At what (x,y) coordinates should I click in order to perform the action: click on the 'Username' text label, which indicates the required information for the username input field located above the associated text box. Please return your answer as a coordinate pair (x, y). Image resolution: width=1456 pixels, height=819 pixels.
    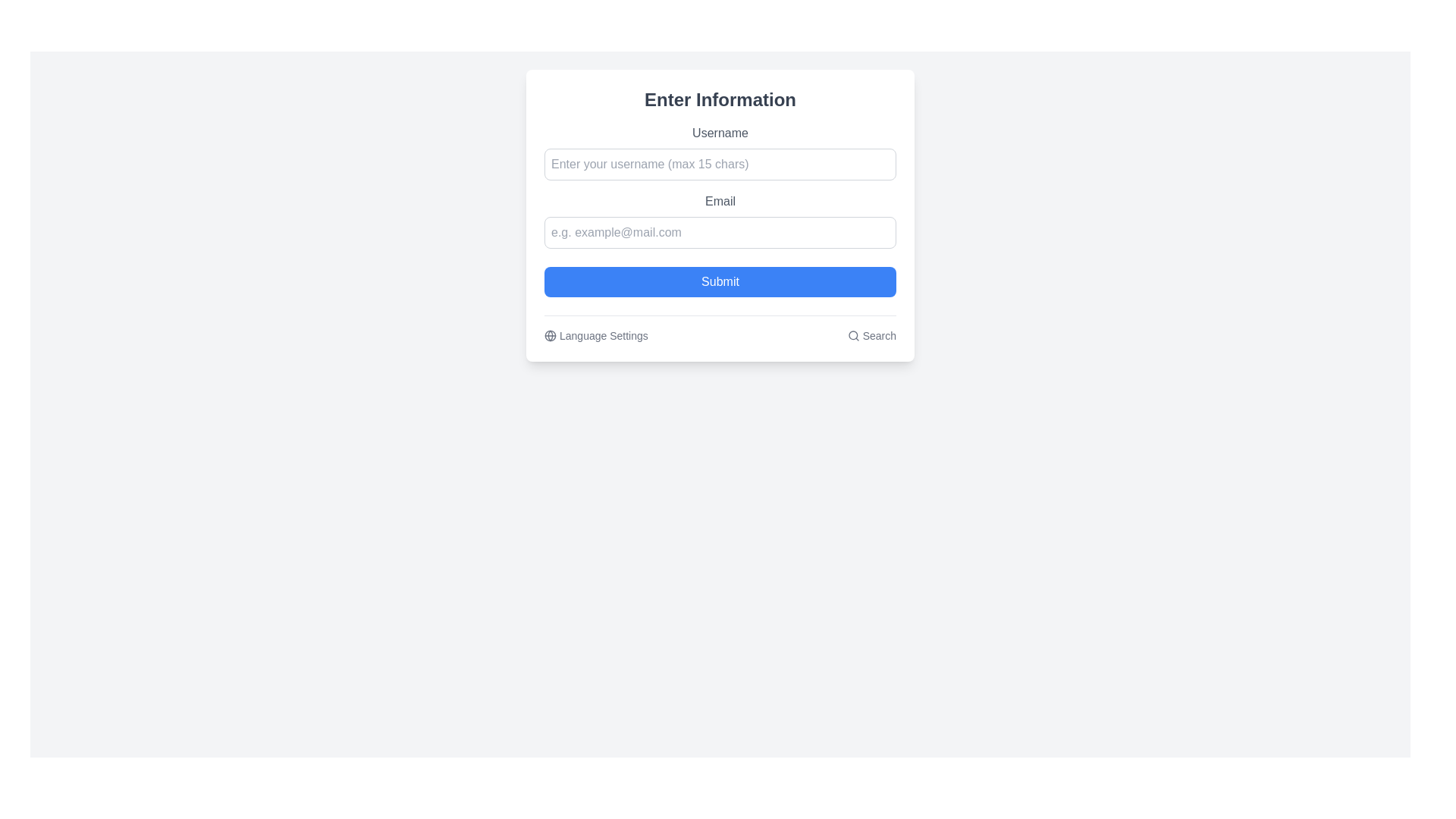
    Looking at the image, I should click on (720, 133).